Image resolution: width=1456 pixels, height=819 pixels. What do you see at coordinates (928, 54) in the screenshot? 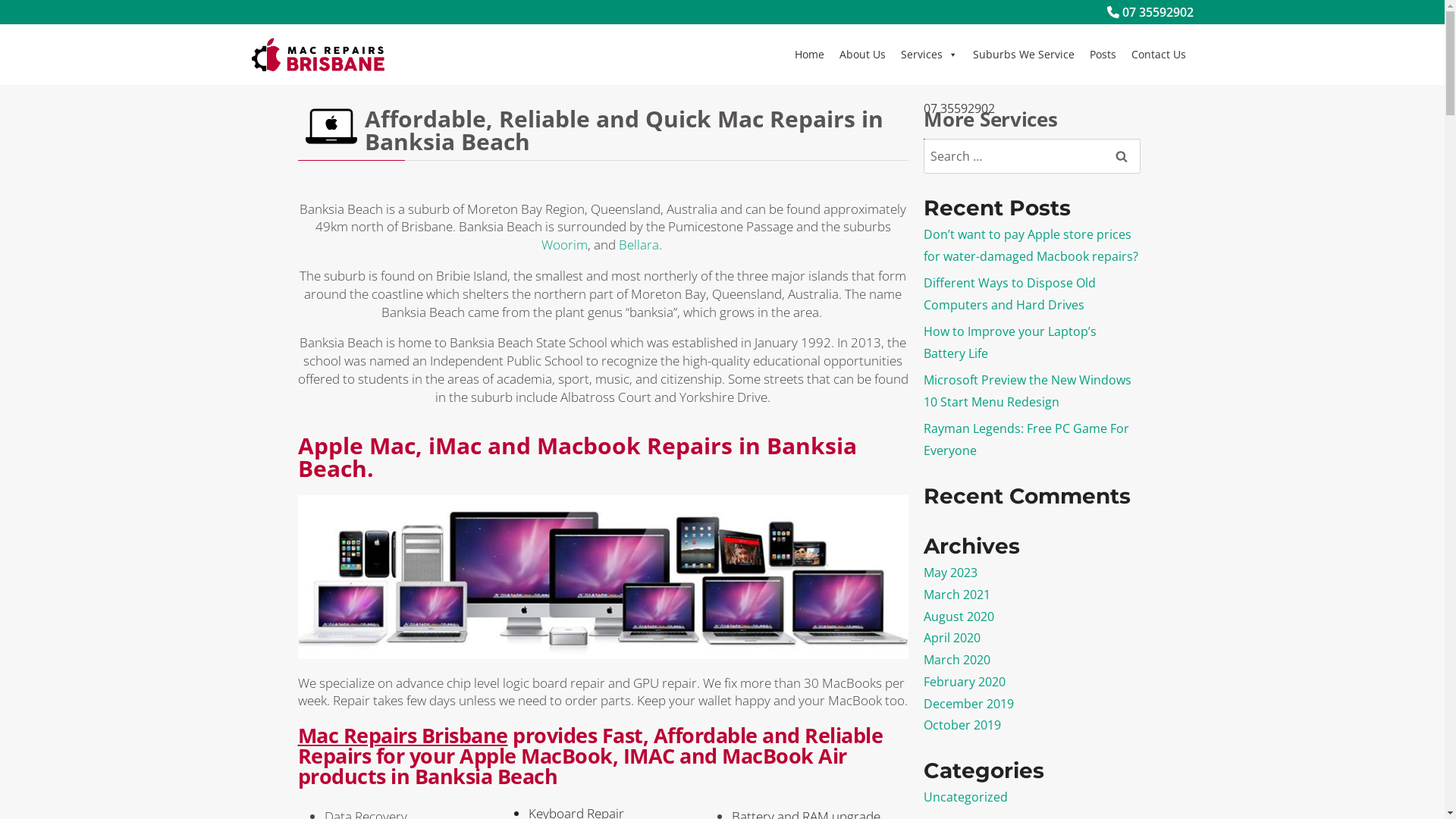
I see `'Services'` at bounding box center [928, 54].